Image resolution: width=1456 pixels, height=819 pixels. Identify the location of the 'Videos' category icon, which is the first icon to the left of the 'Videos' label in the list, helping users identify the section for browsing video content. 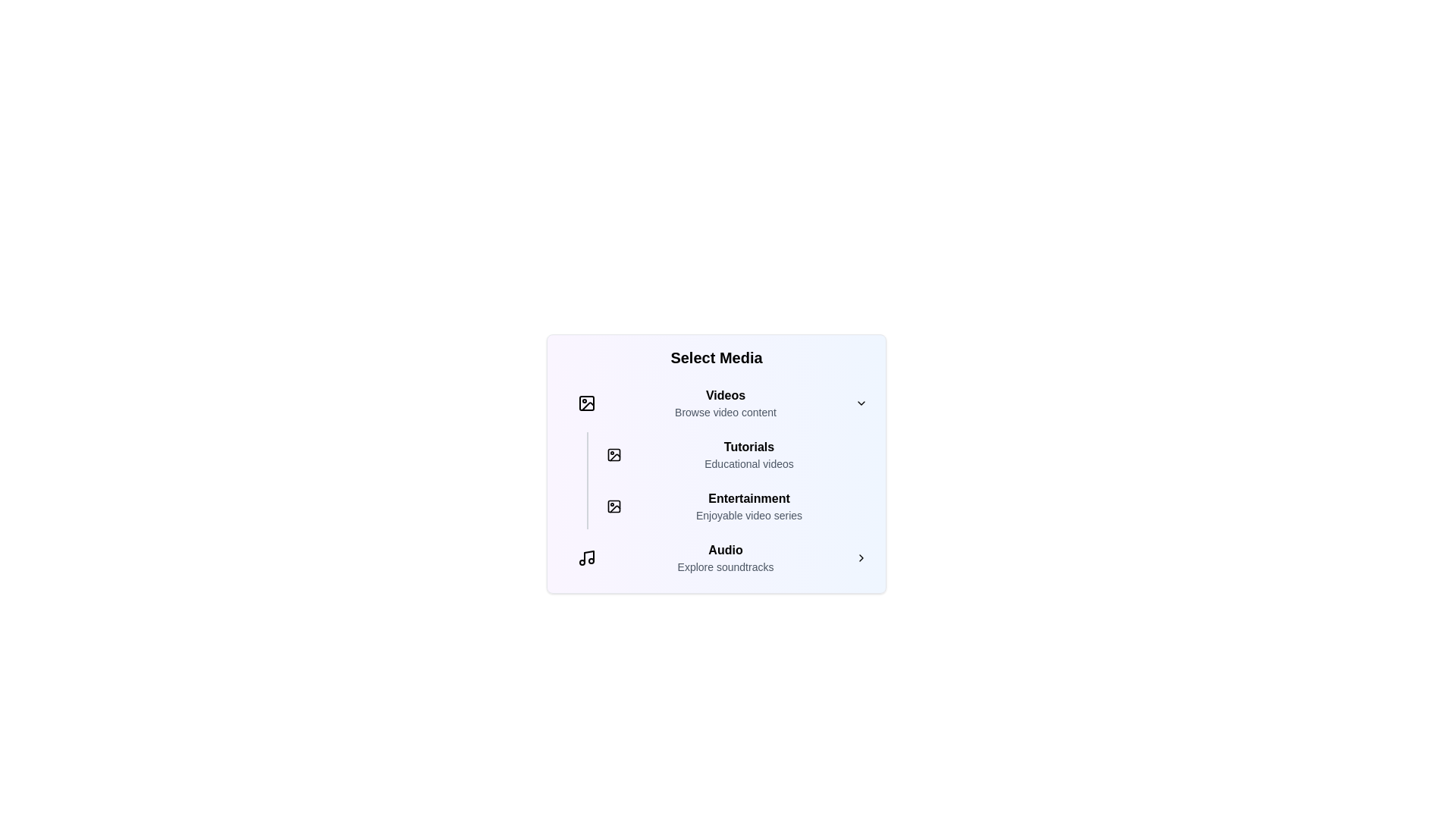
(585, 403).